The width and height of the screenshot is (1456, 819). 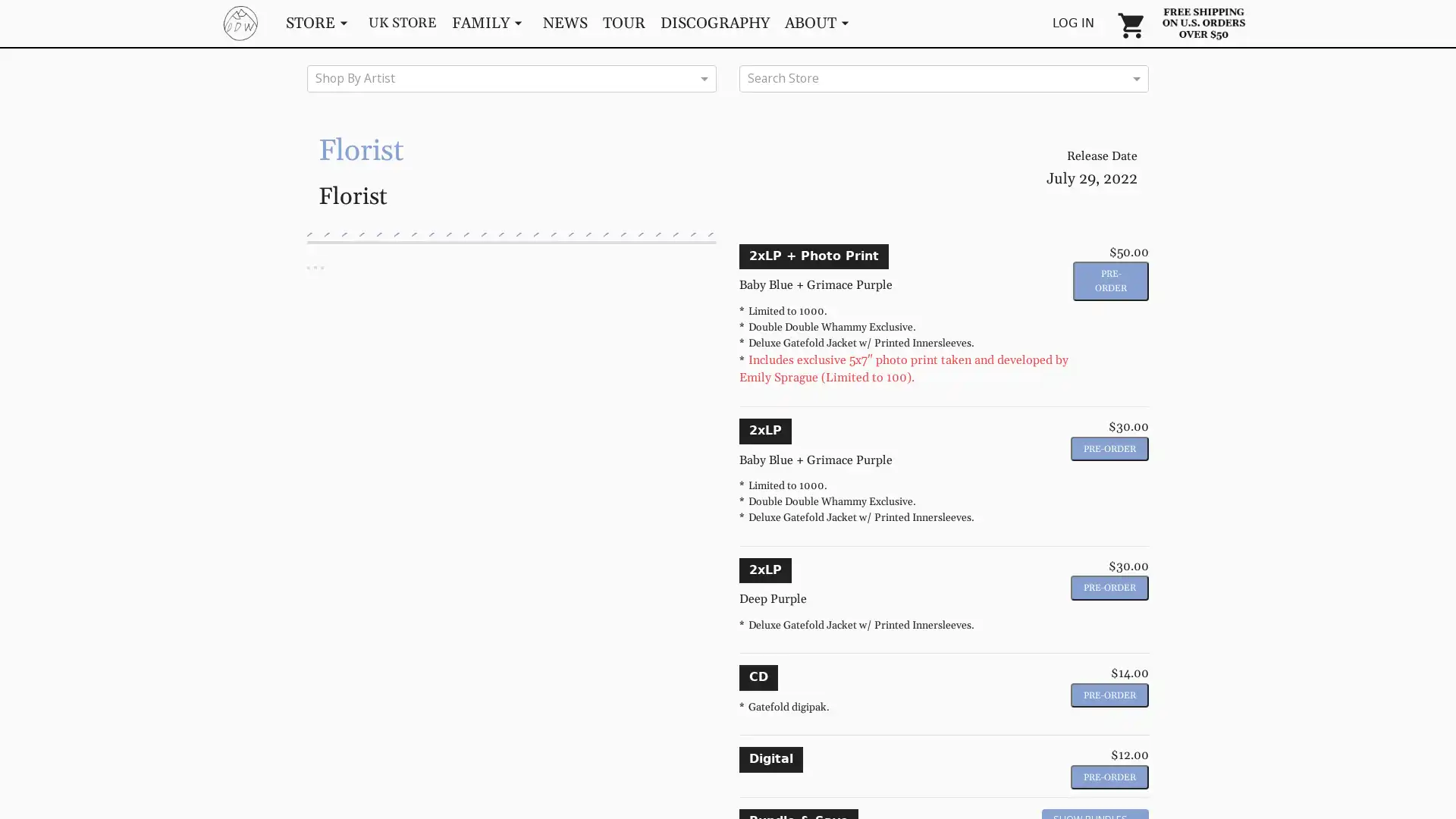 What do you see at coordinates (1109, 777) in the screenshot?
I see `Pre-Order` at bounding box center [1109, 777].